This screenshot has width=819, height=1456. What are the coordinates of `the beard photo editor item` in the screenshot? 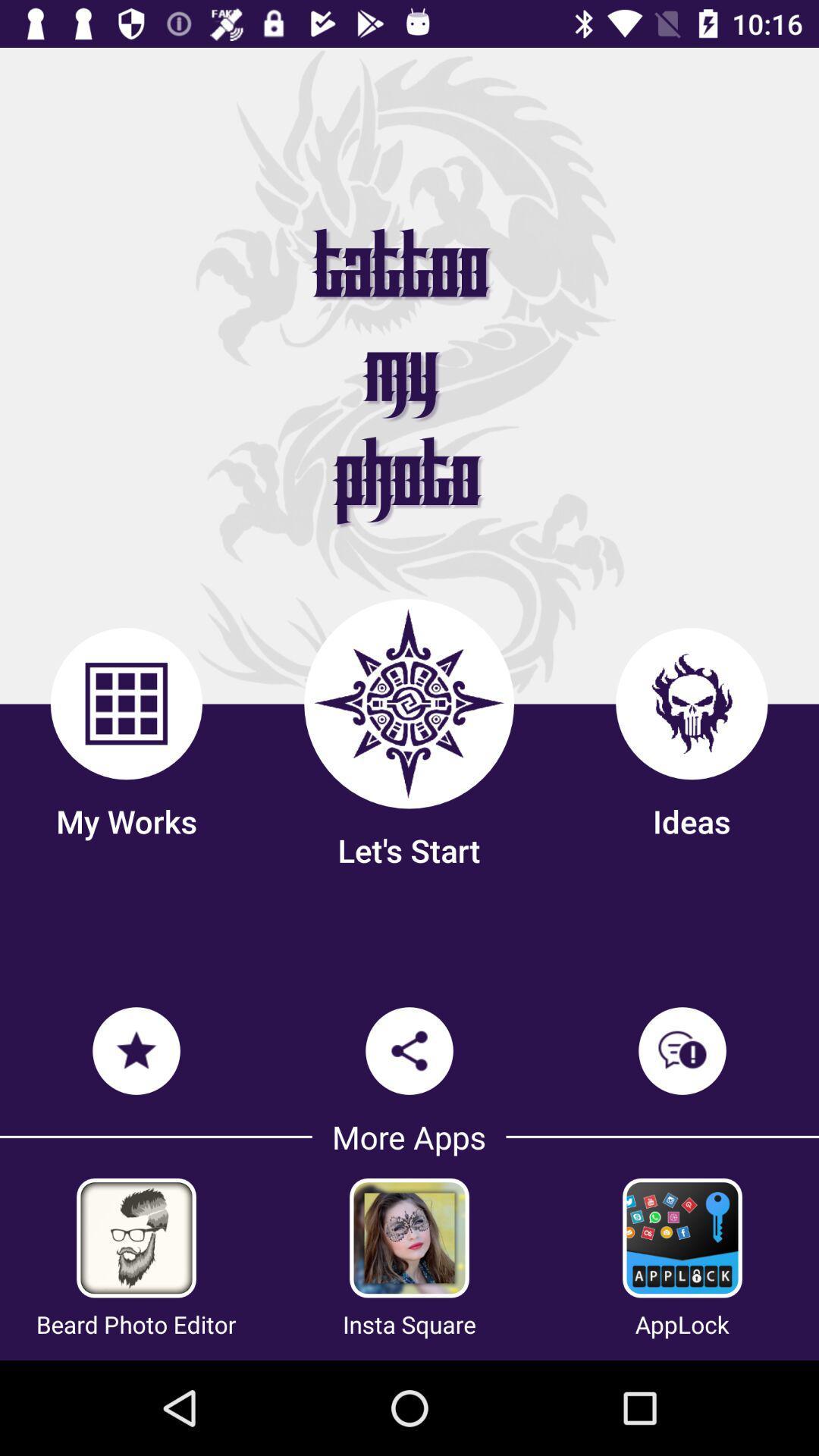 It's located at (135, 1323).